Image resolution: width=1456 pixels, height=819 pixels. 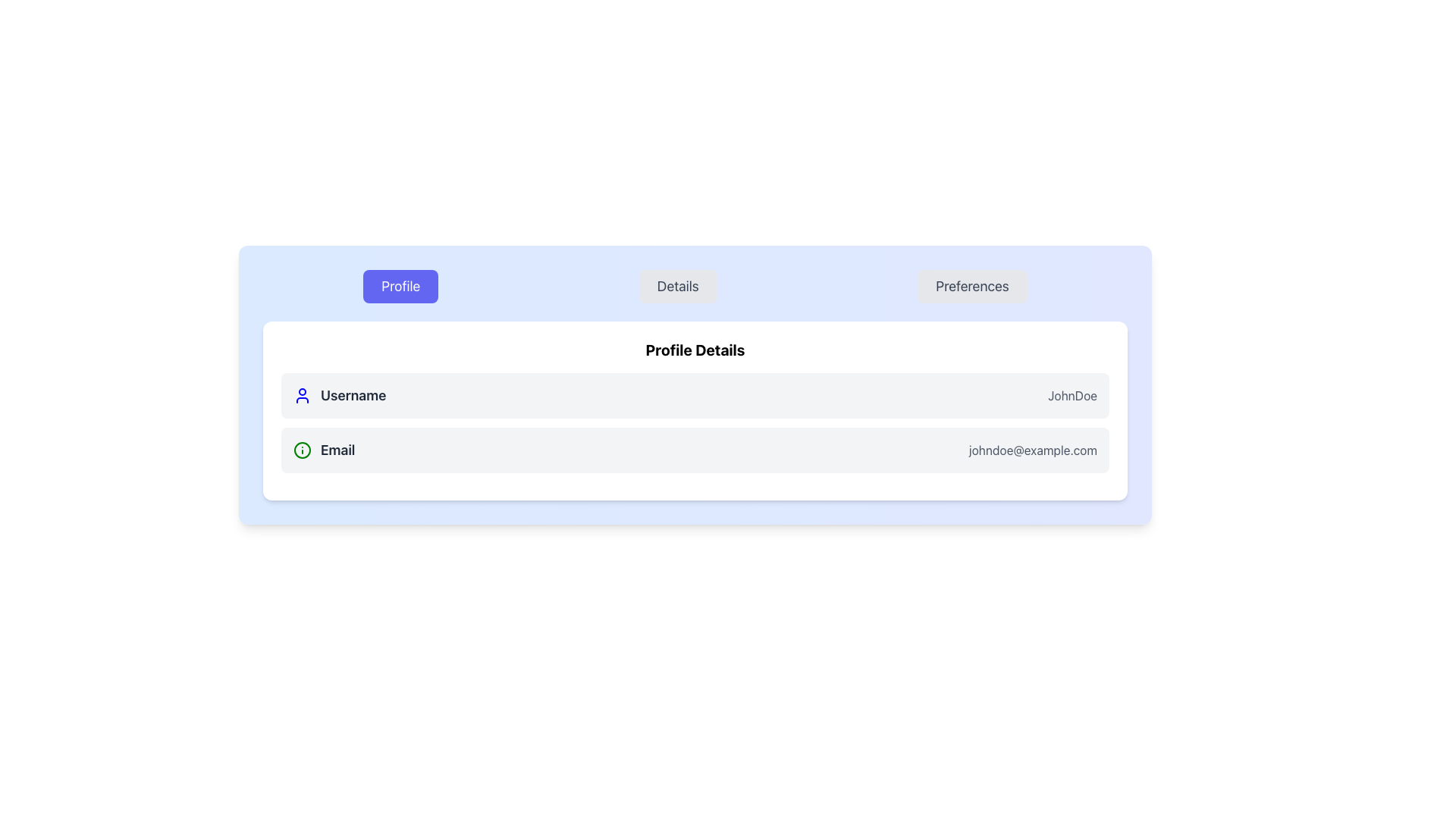 What do you see at coordinates (400, 287) in the screenshot?
I see `the 'Profile' button, which is the first button in a horizontal arrangement with an indigo background and white text` at bounding box center [400, 287].